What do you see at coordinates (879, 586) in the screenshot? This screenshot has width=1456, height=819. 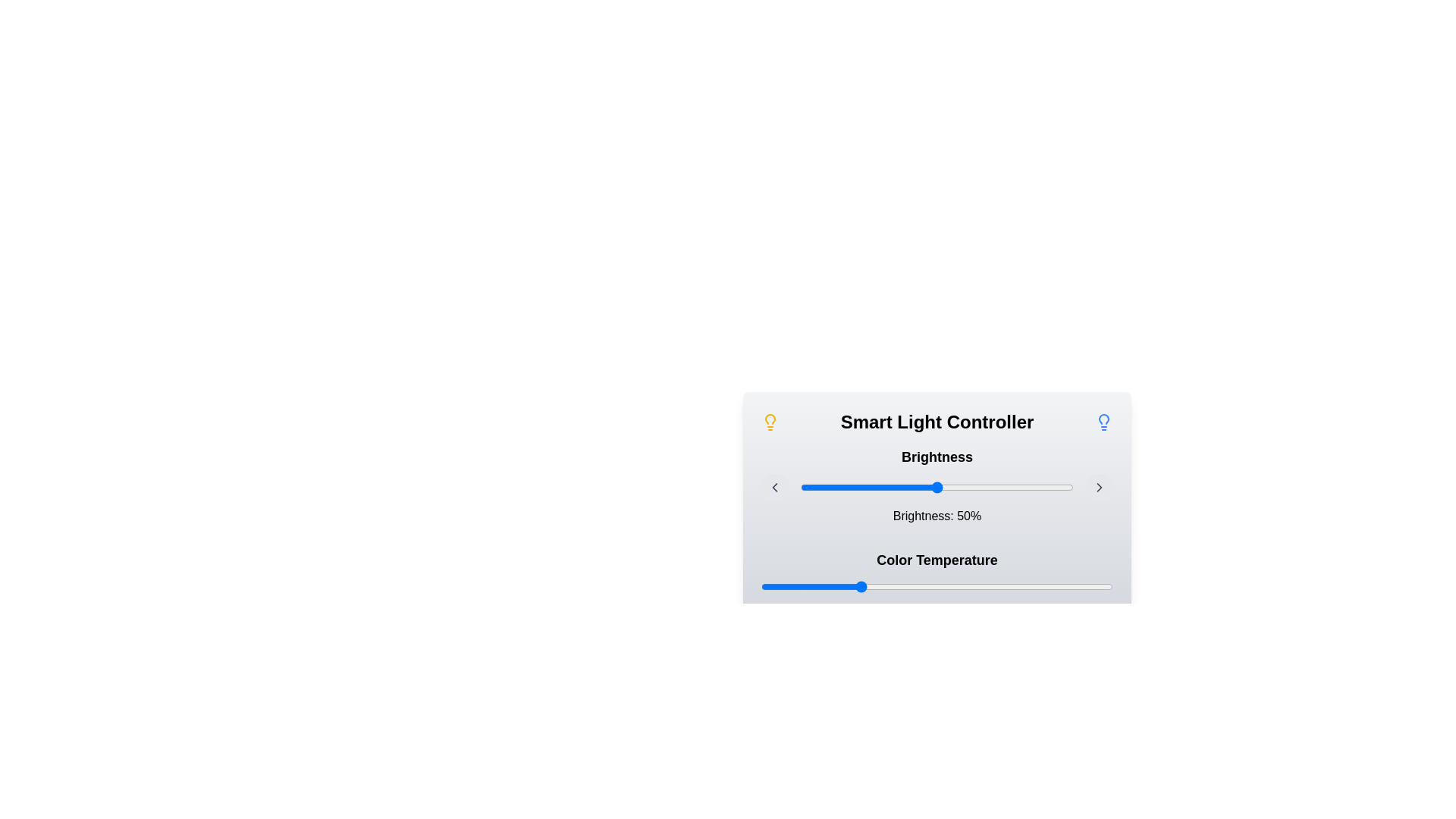 I see `the color temperature` at bounding box center [879, 586].